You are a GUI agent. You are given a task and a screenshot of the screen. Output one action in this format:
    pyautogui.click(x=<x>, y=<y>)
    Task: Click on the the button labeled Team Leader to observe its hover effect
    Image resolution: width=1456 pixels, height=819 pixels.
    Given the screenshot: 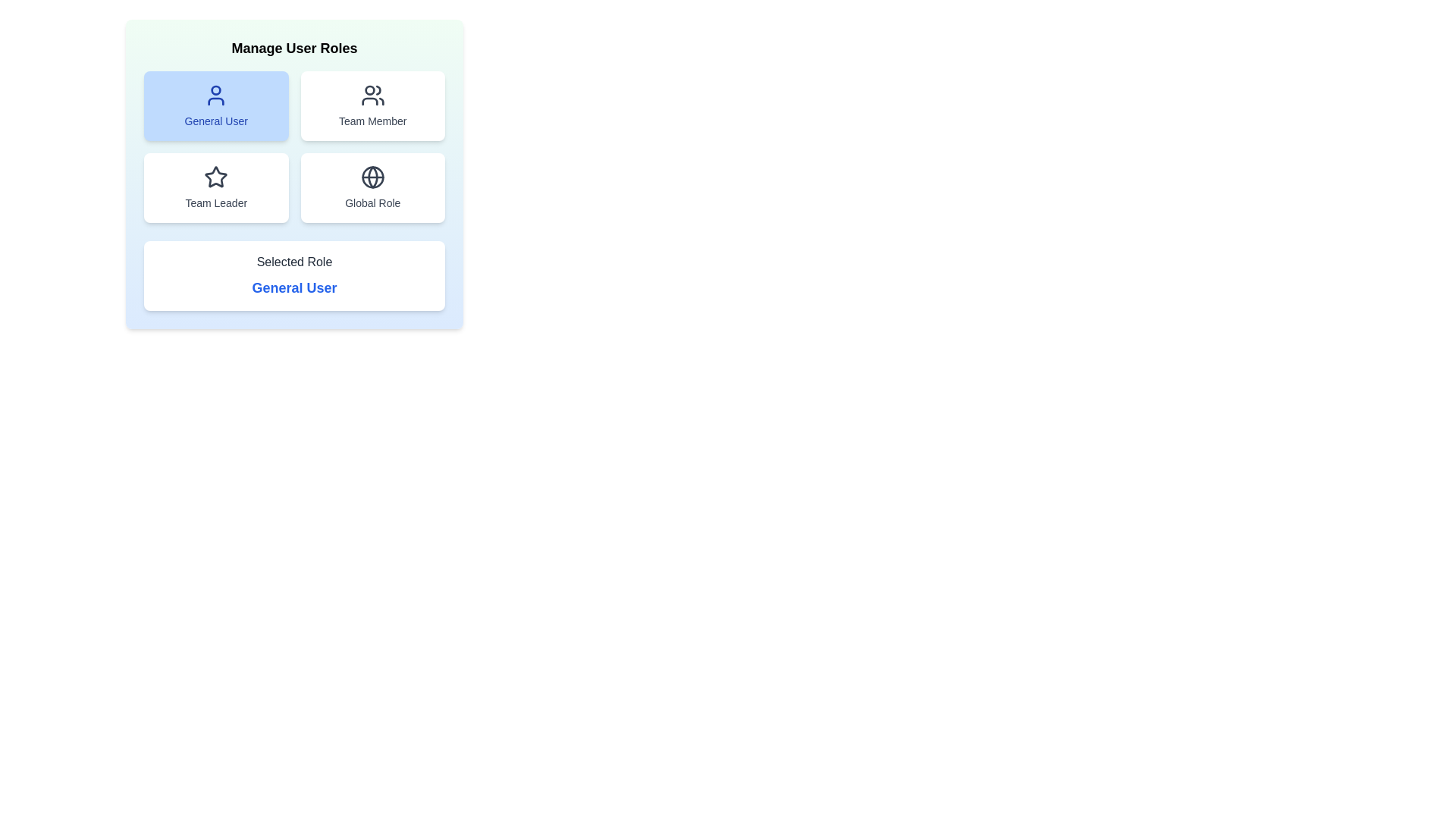 What is the action you would take?
    pyautogui.click(x=215, y=187)
    